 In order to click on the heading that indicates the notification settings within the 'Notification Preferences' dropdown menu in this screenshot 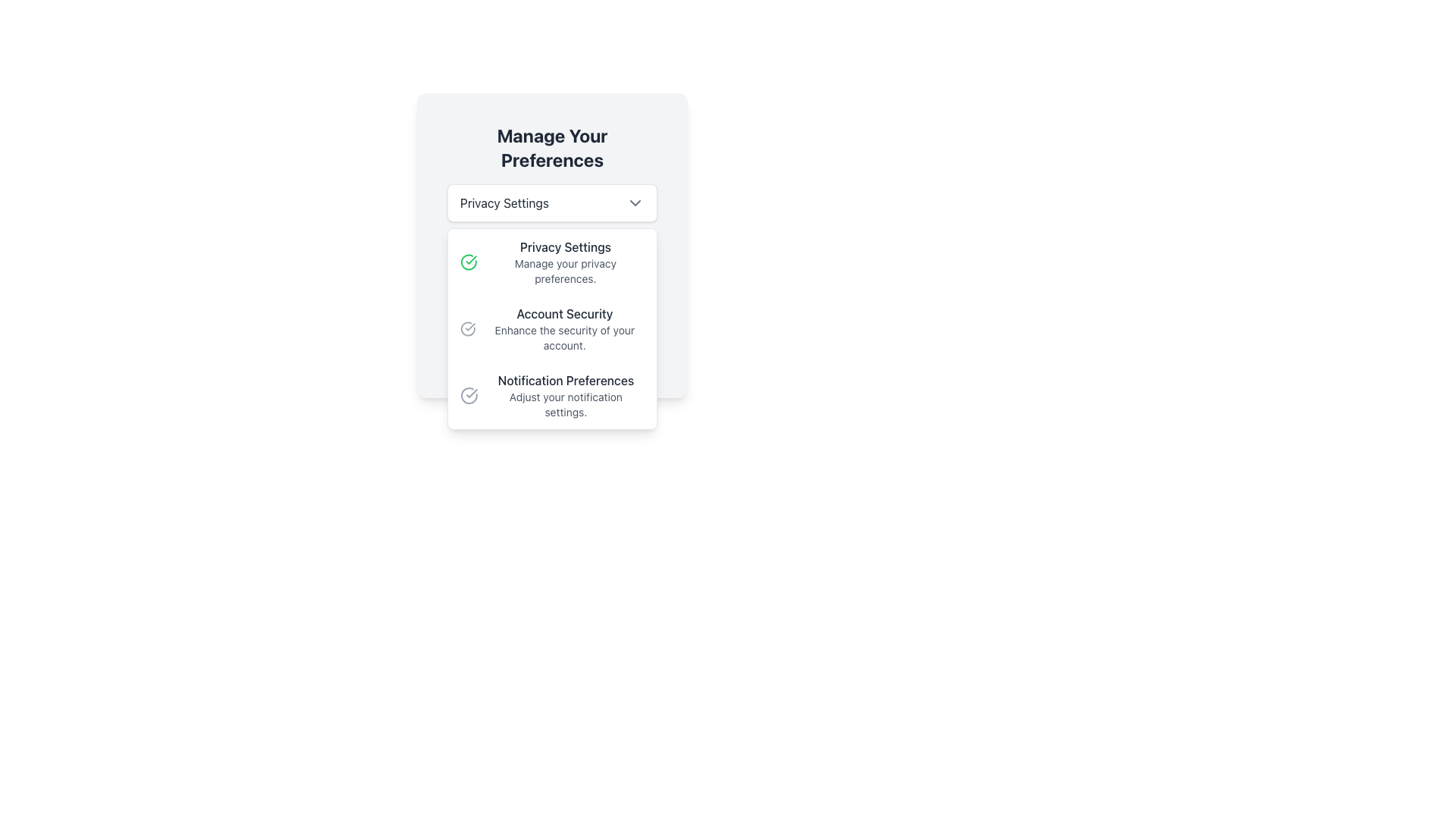, I will do `click(565, 379)`.